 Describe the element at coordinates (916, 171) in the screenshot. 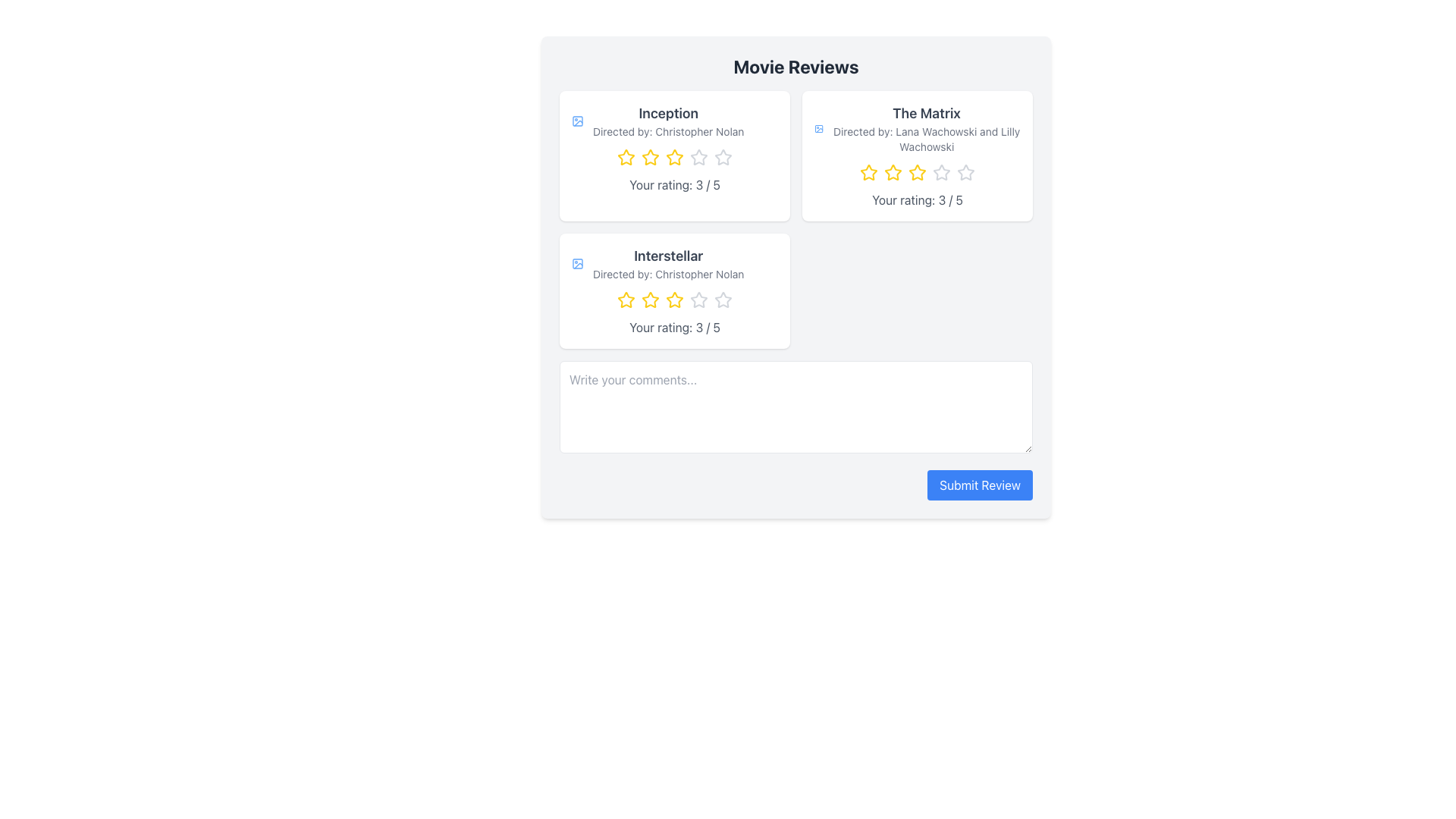

I see `the interactive graphical stars of the rating system for 'The Matrix' to navigate` at that location.